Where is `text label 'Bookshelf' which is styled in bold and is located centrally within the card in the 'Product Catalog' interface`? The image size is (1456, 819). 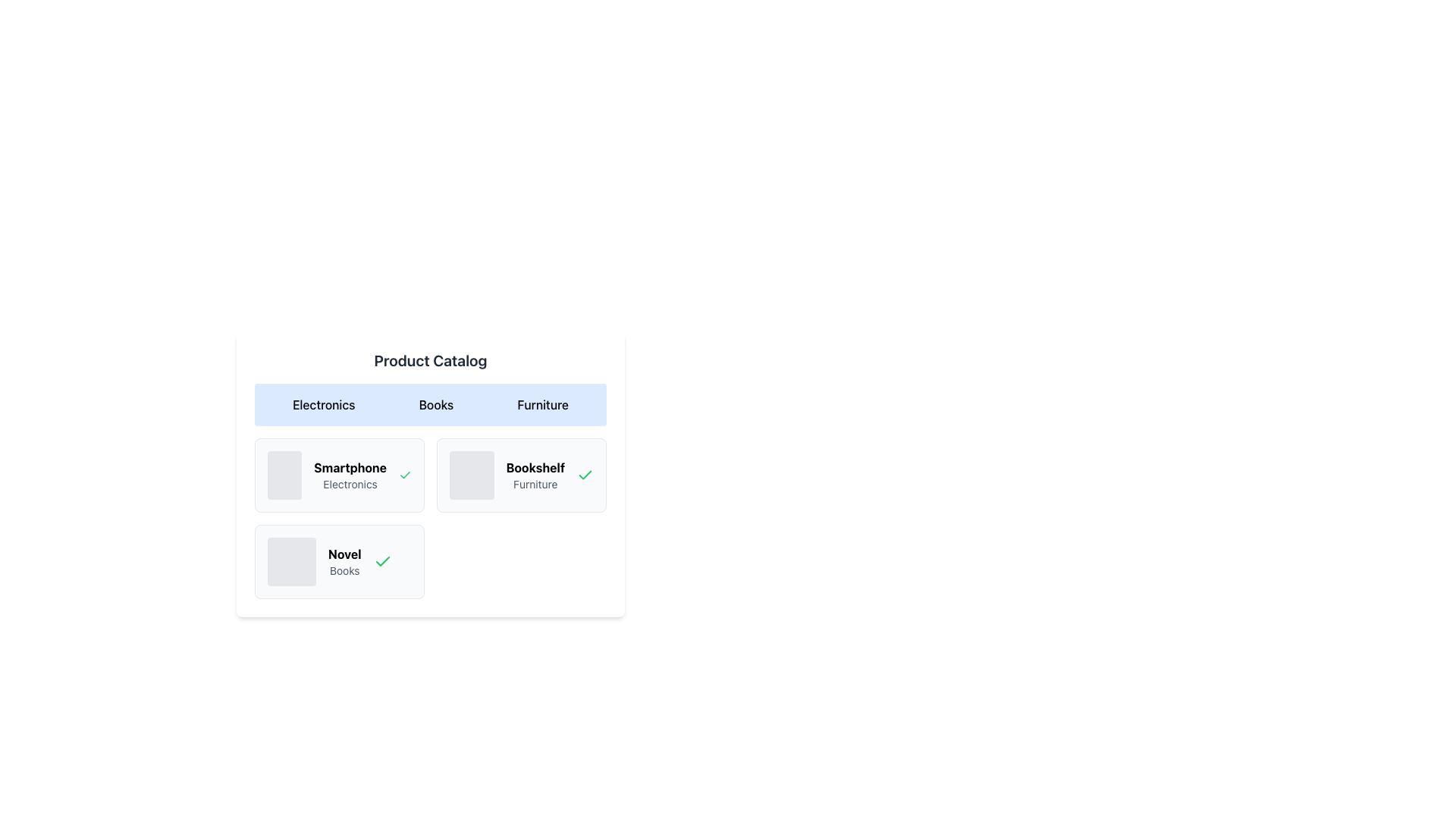 text label 'Bookshelf' which is styled in bold and is located centrally within the card in the 'Product Catalog' interface is located at coordinates (535, 475).